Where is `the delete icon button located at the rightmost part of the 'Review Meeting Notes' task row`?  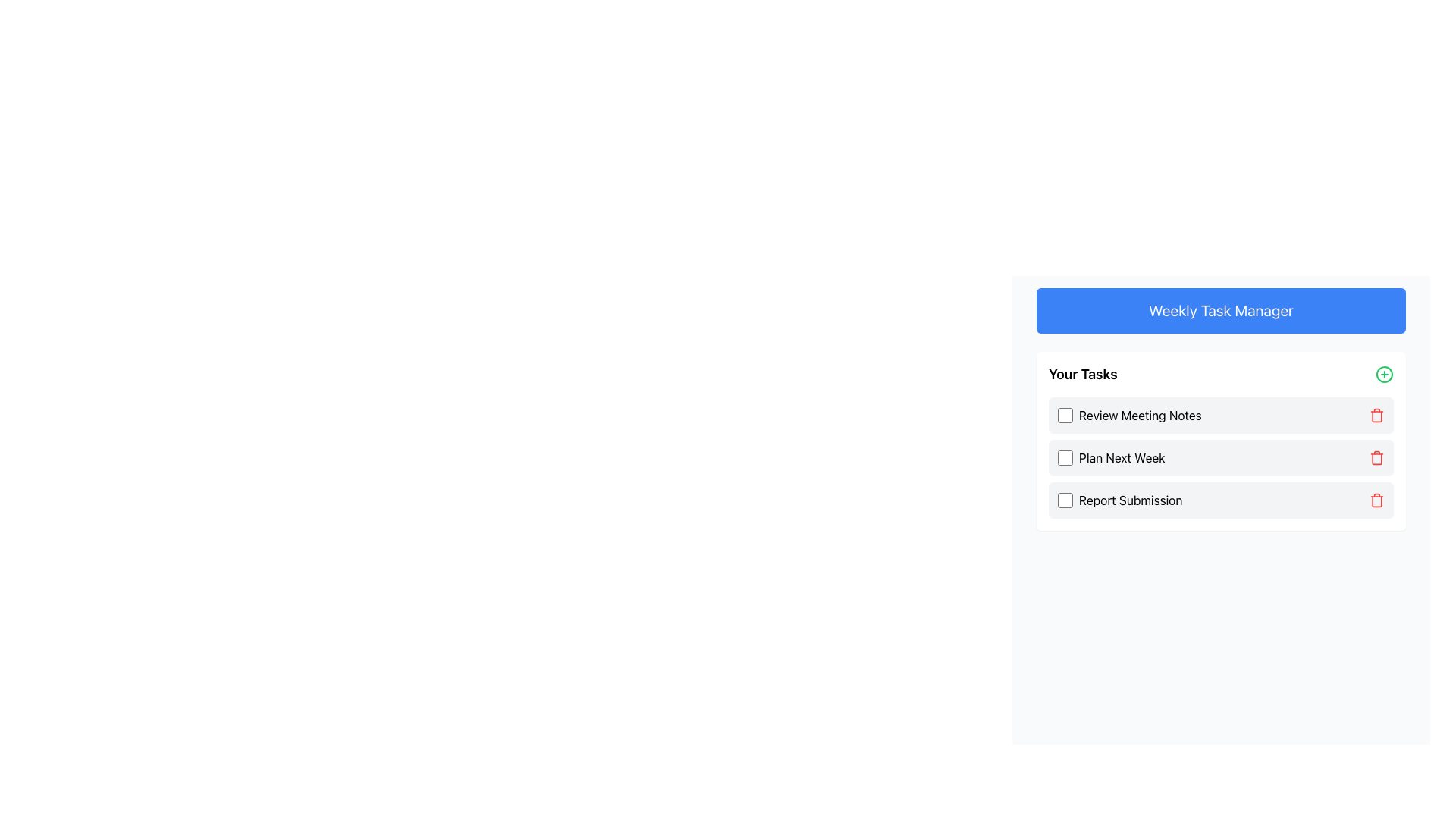 the delete icon button located at the rightmost part of the 'Review Meeting Notes' task row is located at coordinates (1376, 415).